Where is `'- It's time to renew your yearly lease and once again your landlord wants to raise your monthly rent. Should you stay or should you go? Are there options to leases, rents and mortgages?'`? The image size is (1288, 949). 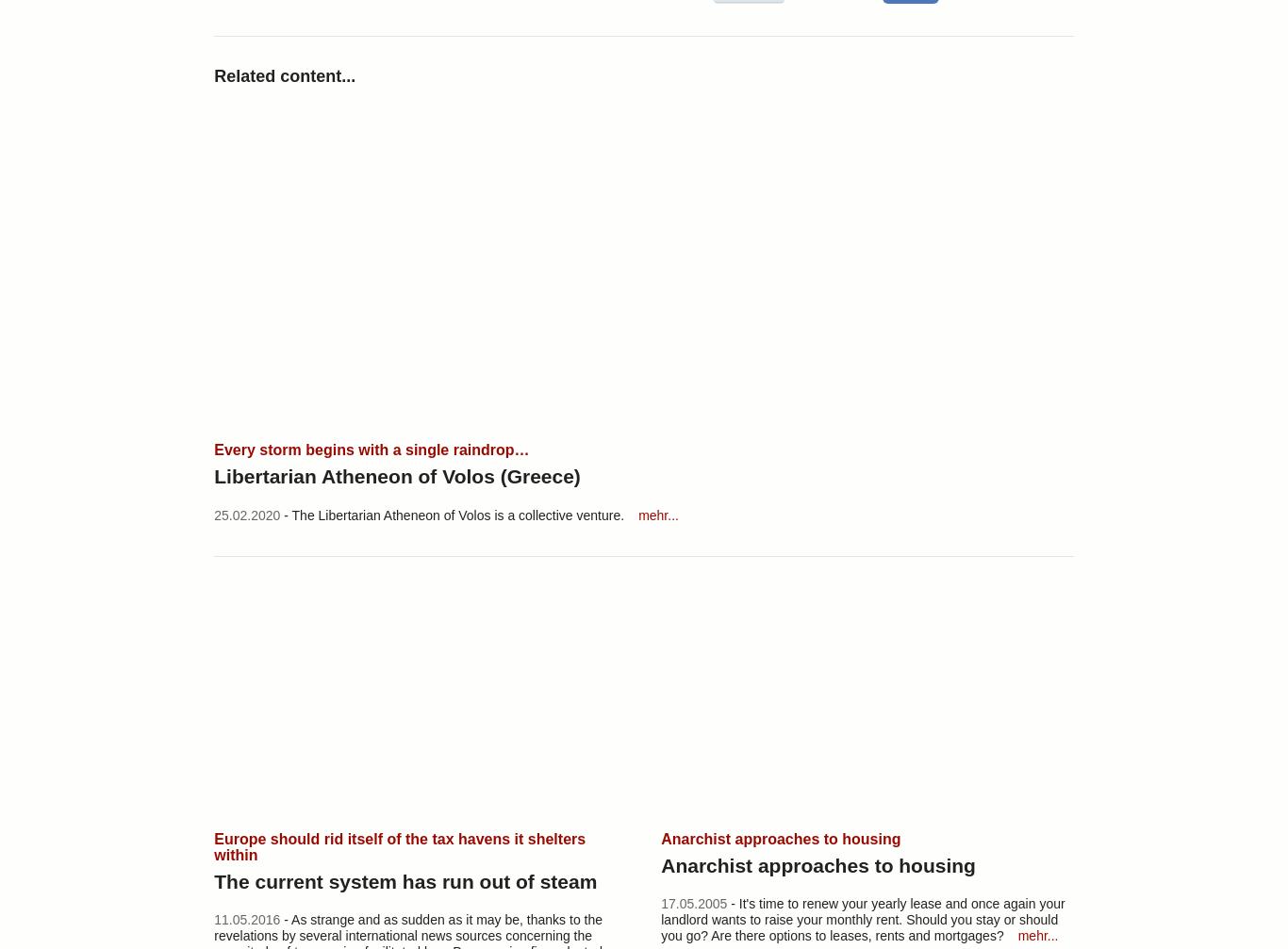
'- It's time to renew your yearly lease and once again your landlord wants to raise your monthly rent. Should you stay or should you go? Are there options to leases, rents and mortgages?' is located at coordinates (862, 918).